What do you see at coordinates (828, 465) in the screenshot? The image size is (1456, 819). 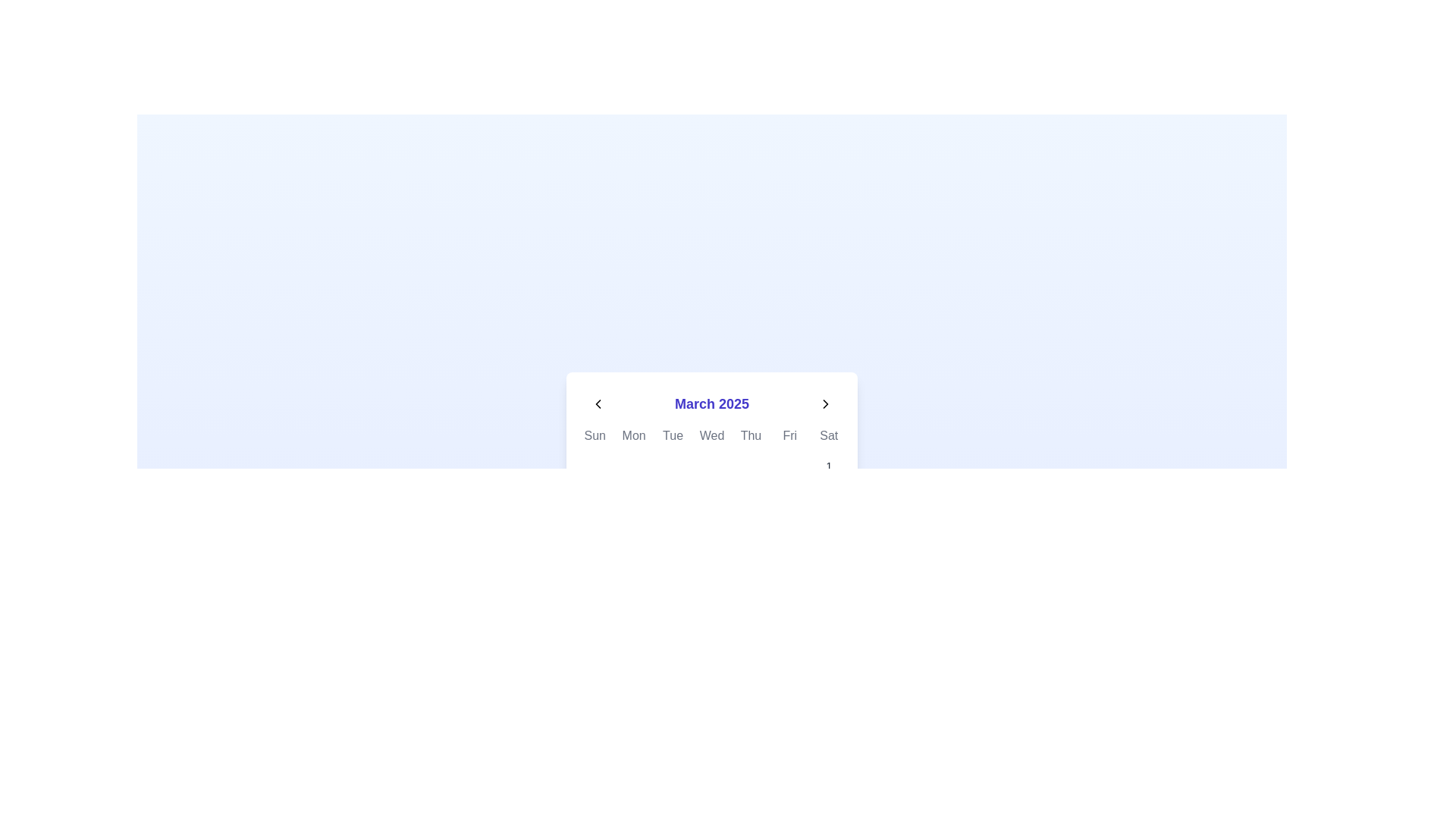 I see `the calendar day cell button that contains the number '1', which is the seventh item in the first row of the calendar grid under the 'Sat' column header` at bounding box center [828, 465].